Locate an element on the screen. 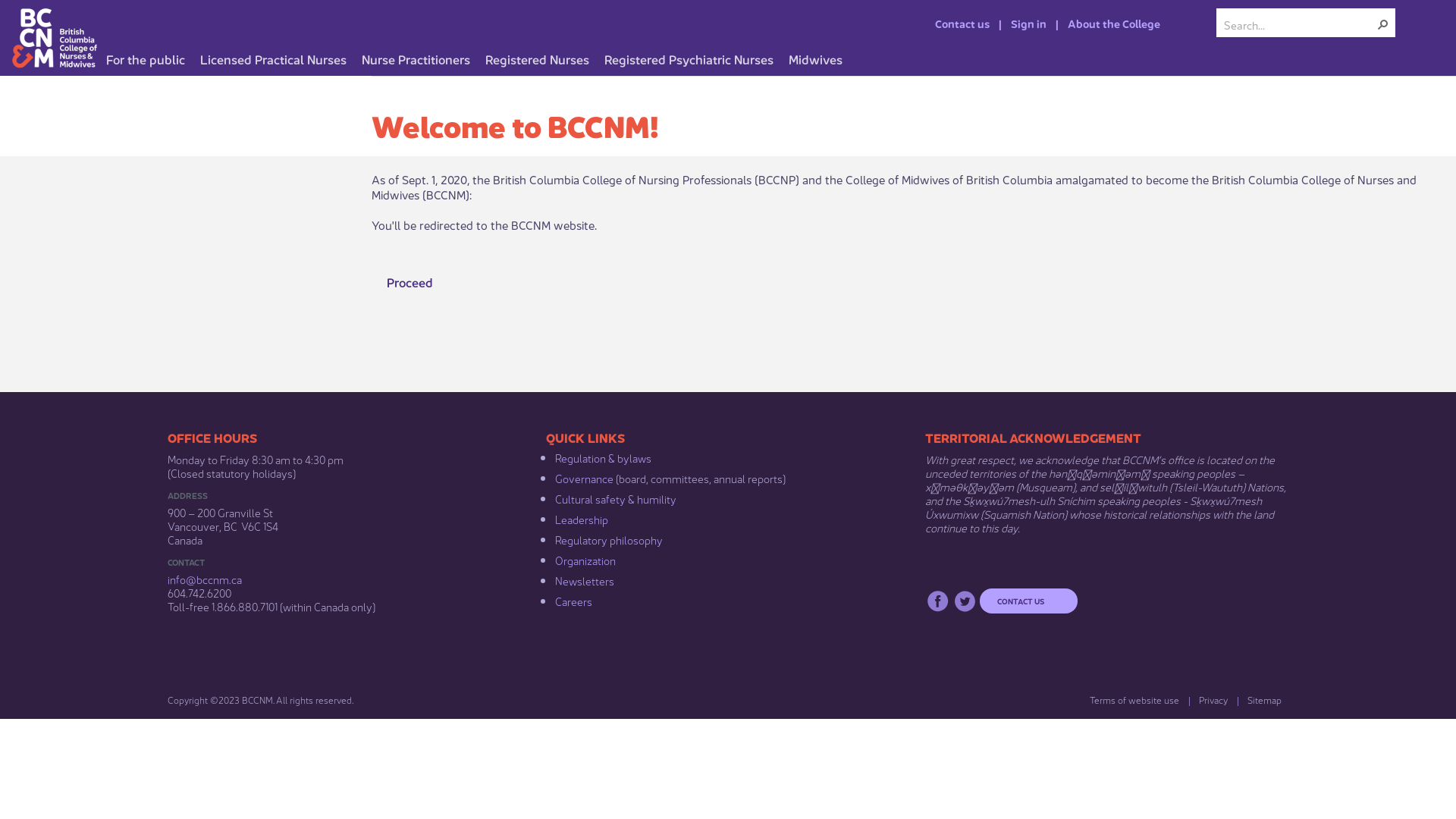  'Privacy' is located at coordinates (1207, 699).